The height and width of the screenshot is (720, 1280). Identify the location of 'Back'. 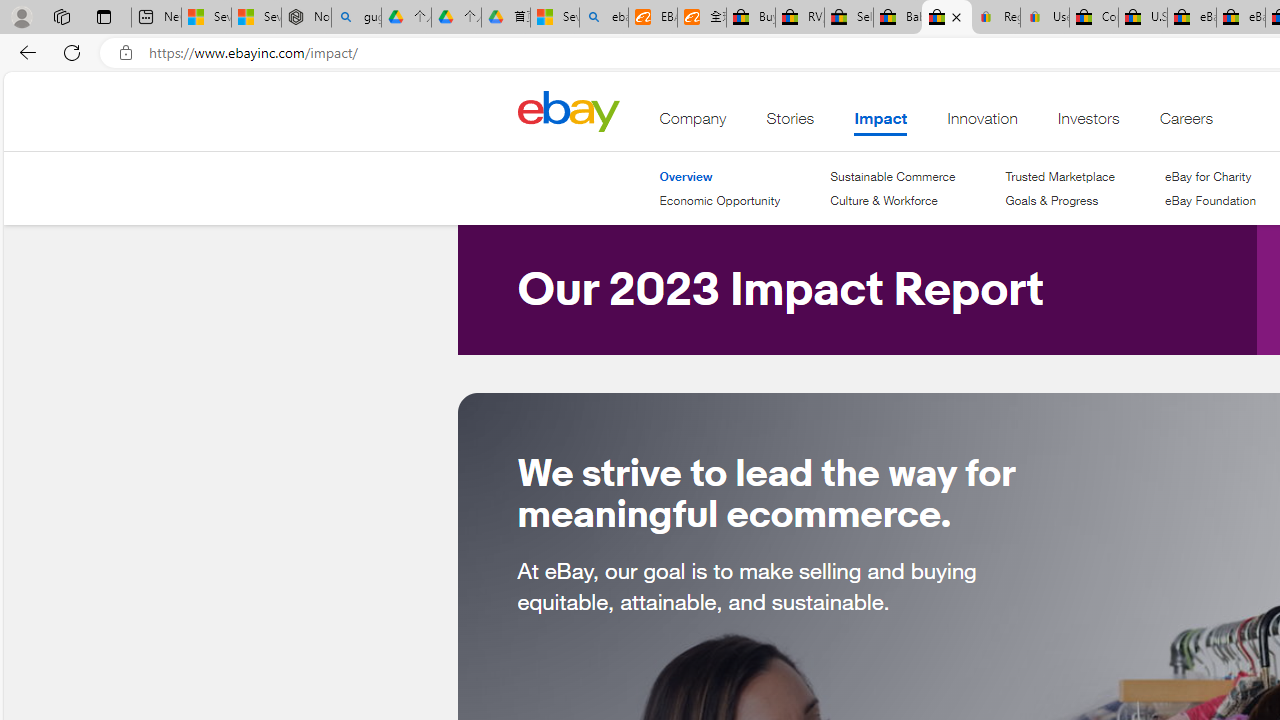
(24, 51).